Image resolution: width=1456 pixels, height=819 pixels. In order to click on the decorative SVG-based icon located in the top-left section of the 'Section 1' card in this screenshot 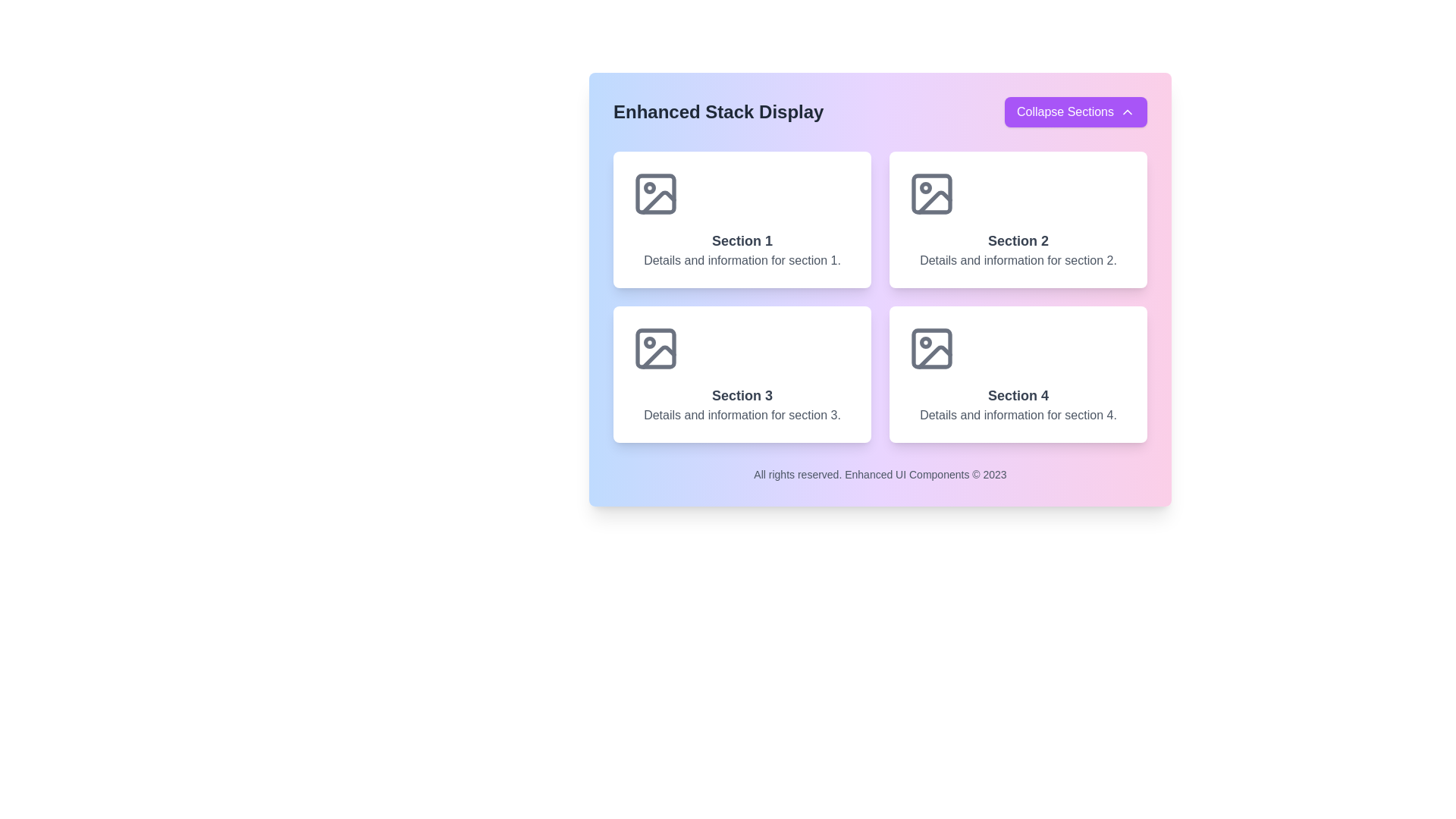, I will do `click(655, 193)`.